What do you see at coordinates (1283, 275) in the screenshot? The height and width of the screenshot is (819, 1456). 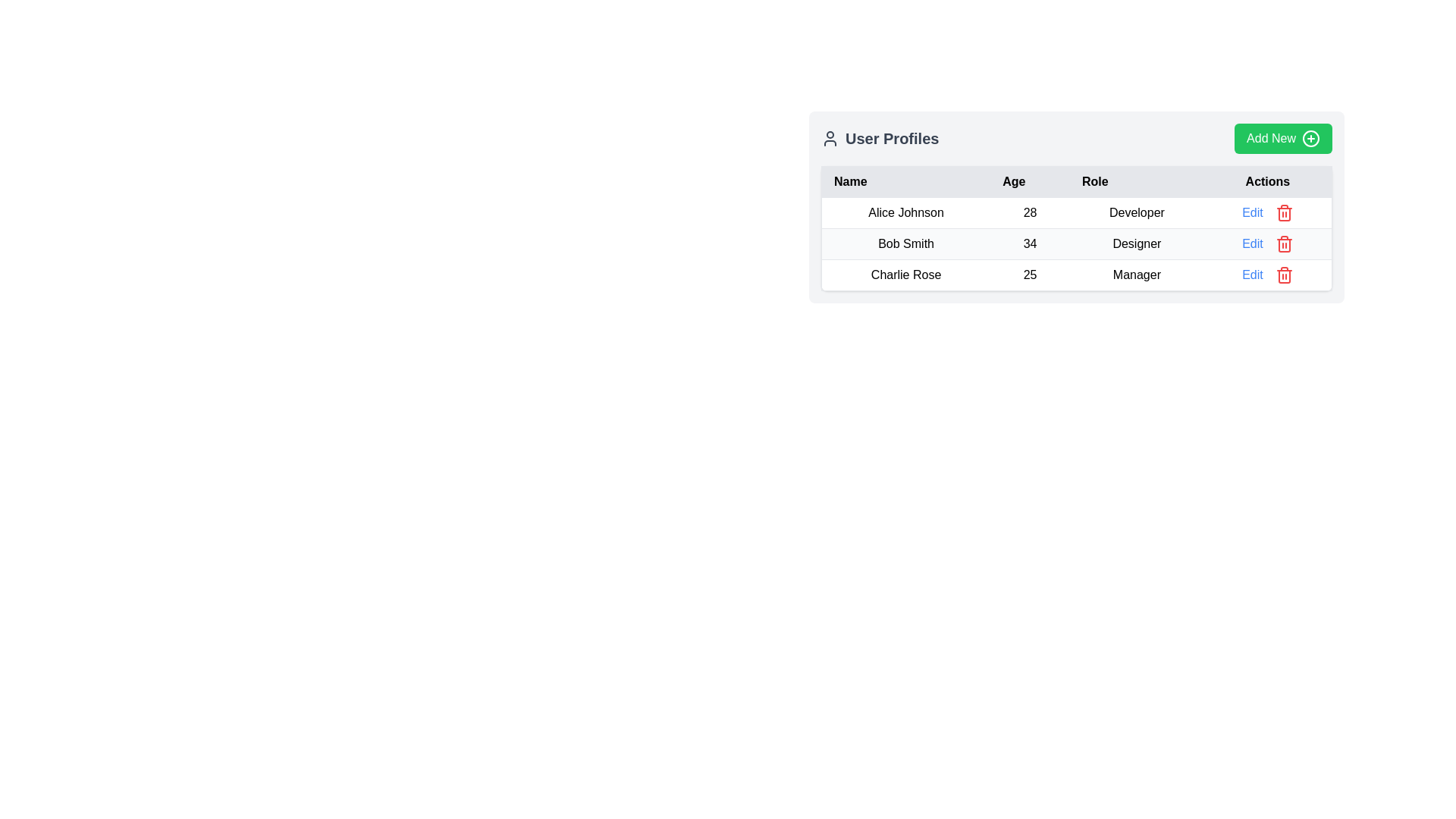 I see `the delete button located as the second interactive action icon in the 'Actions' column for the last user row ('Charlie Rose')` at bounding box center [1283, 275].